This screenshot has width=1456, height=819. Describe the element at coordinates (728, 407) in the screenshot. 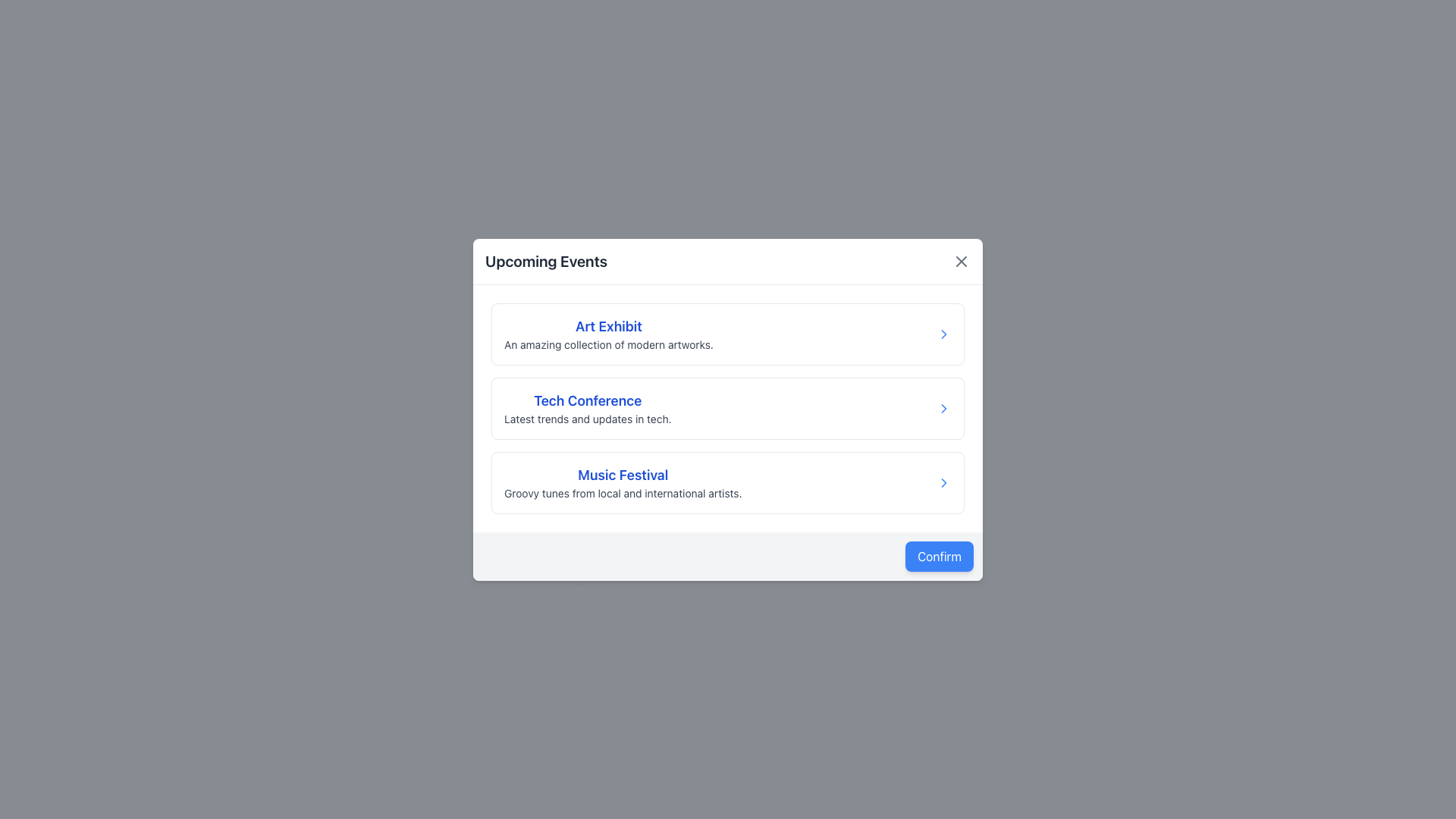

I see `the 'Tech Conference' clickable card` at that location.